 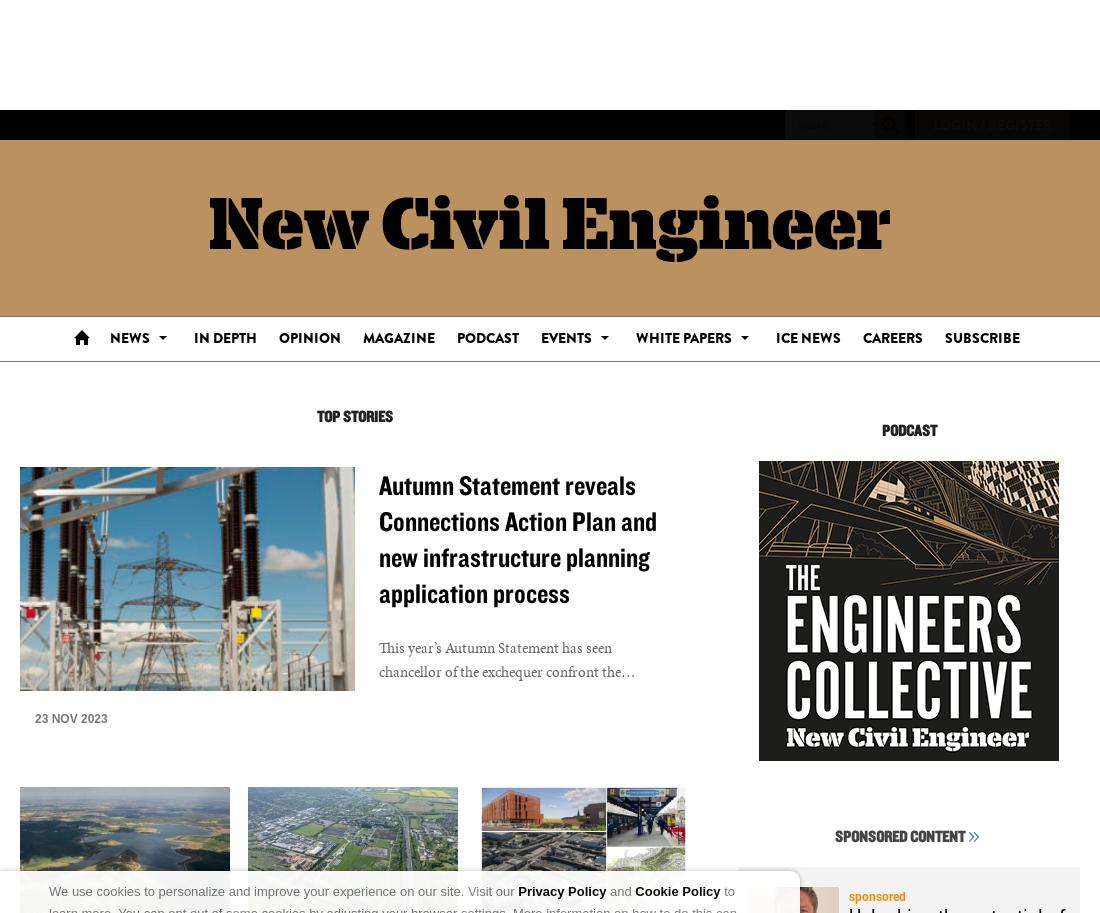 What do you see at coordinates (130, 337) in the screenshot?
I see `'News'` at bounding box center [130, 337].